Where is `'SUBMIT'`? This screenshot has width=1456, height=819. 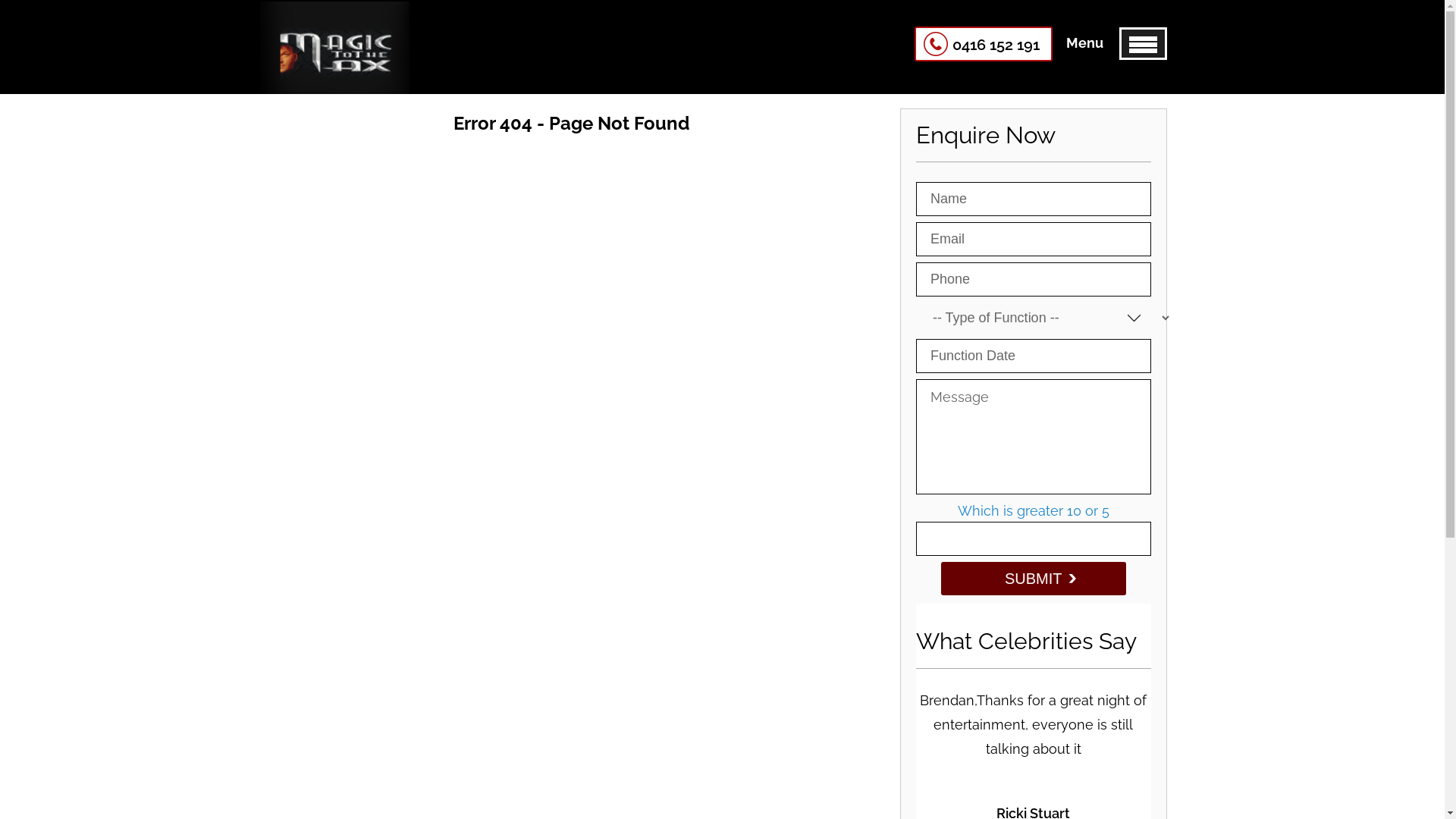 'SUBMIT' is located at coordinates (1033, 579).